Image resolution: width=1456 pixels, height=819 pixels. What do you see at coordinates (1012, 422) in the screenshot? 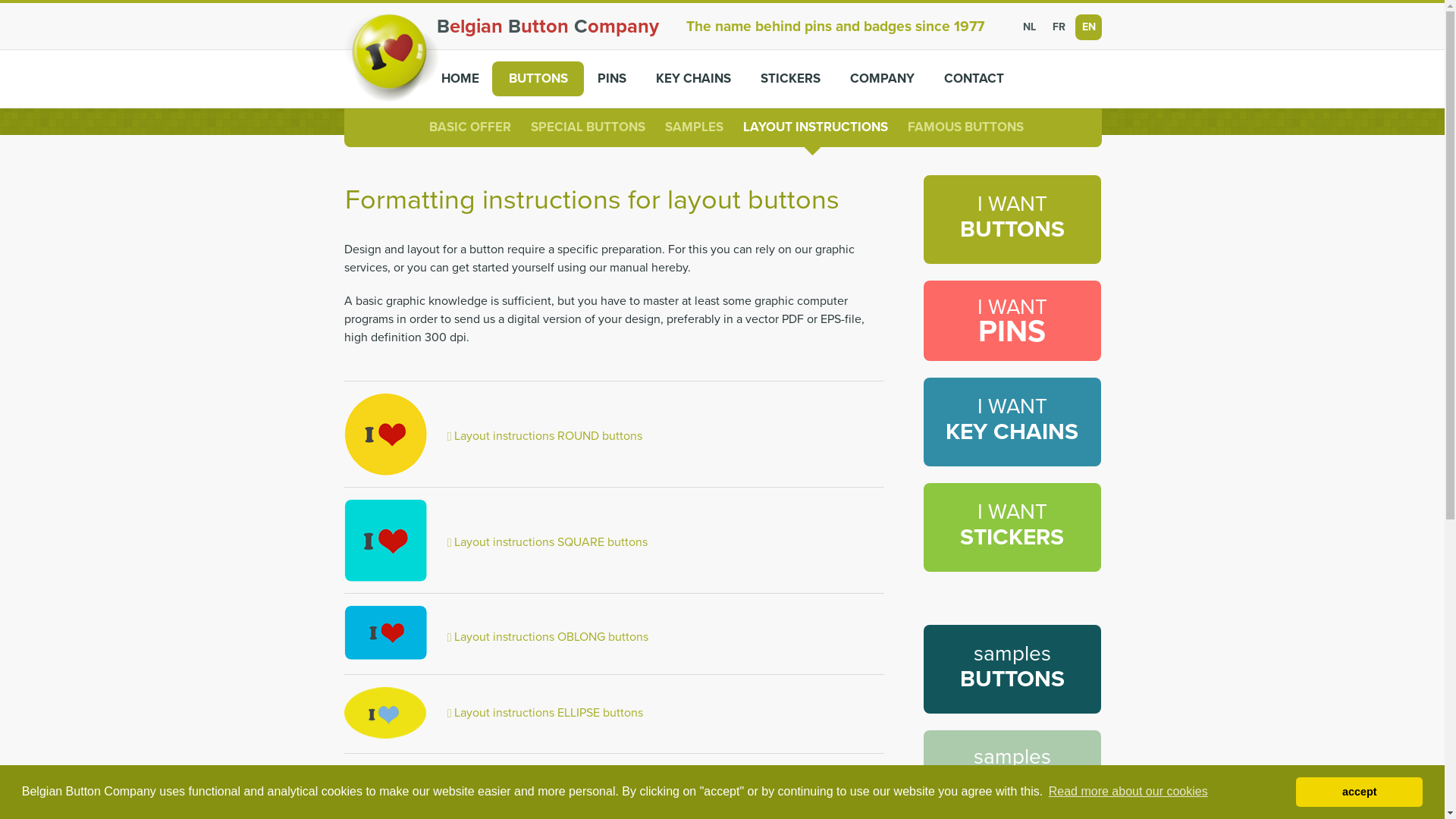
I see `'I WANT` at bounding box center [1012, 422].